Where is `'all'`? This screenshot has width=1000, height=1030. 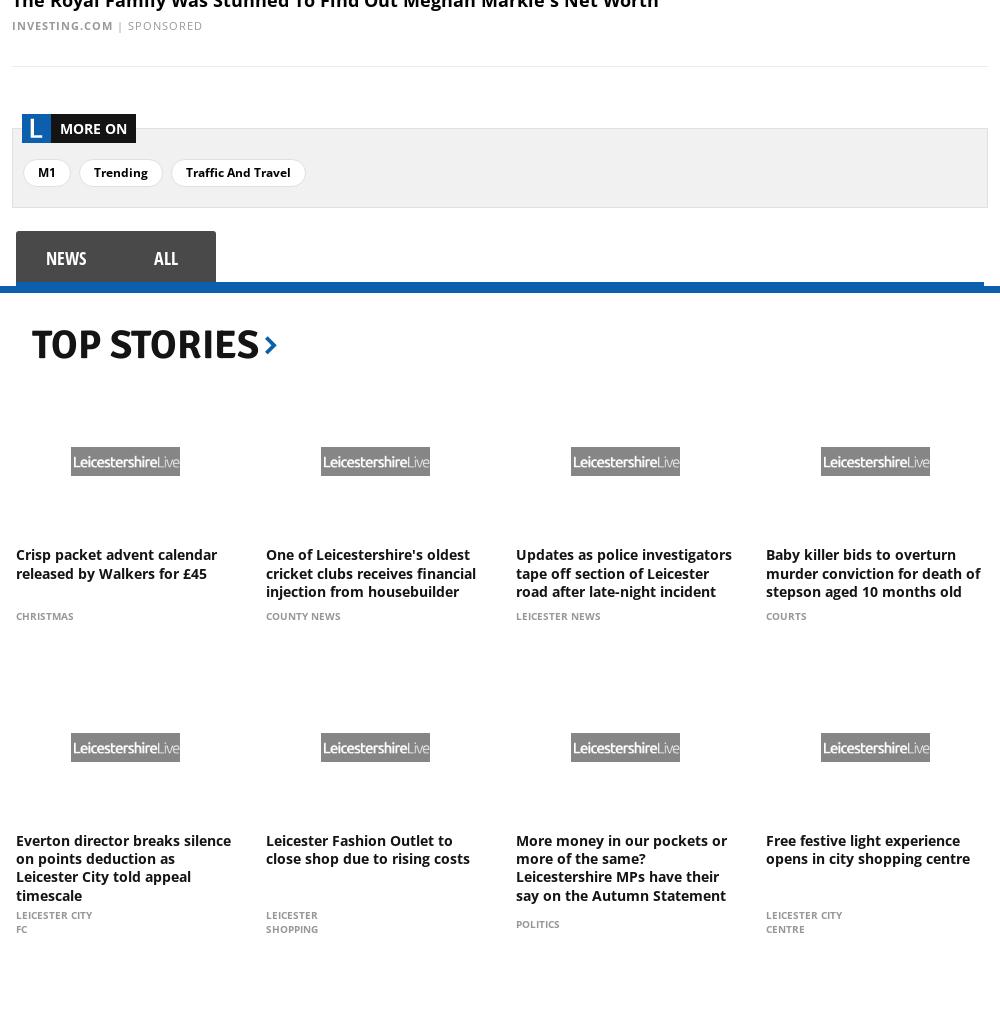
'all' is located at coordinates (154, 258).